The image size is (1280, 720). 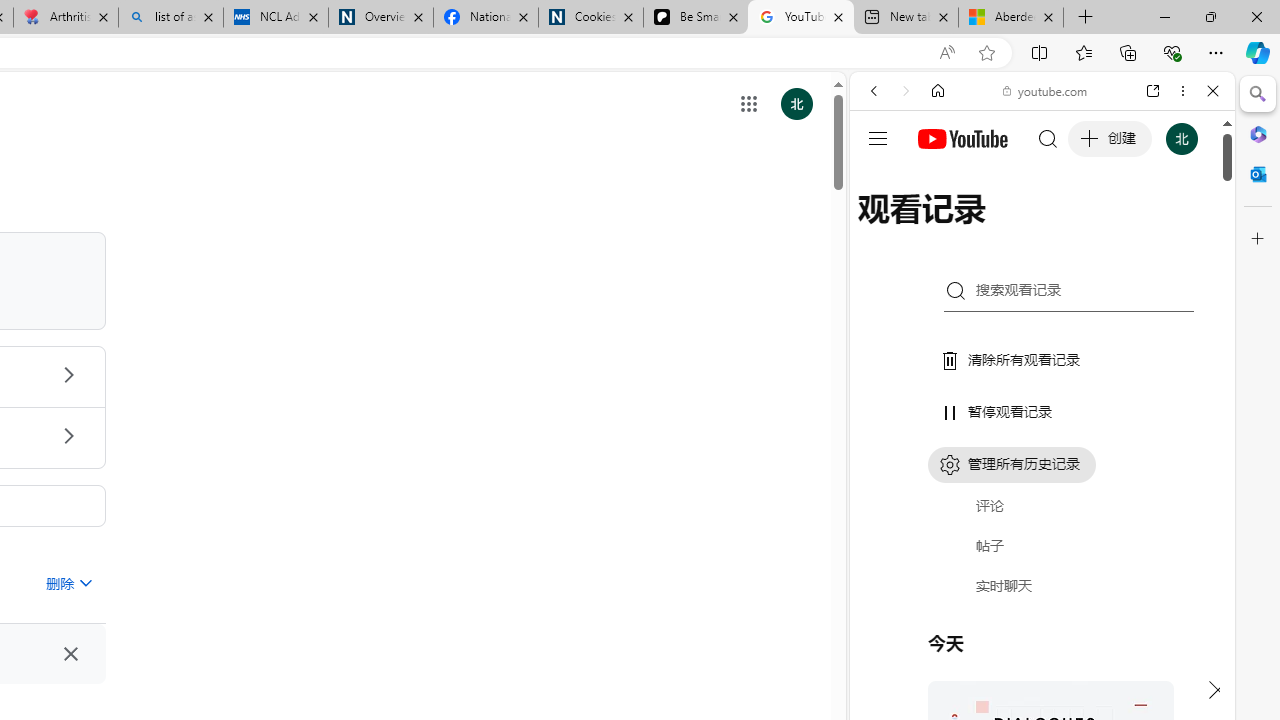 What do you see at coordinates (274, 17) in the screenshot?
I see `'NCL Adult Asthma Inhaler Choice Guideline'` at bounding box center [274, 17].